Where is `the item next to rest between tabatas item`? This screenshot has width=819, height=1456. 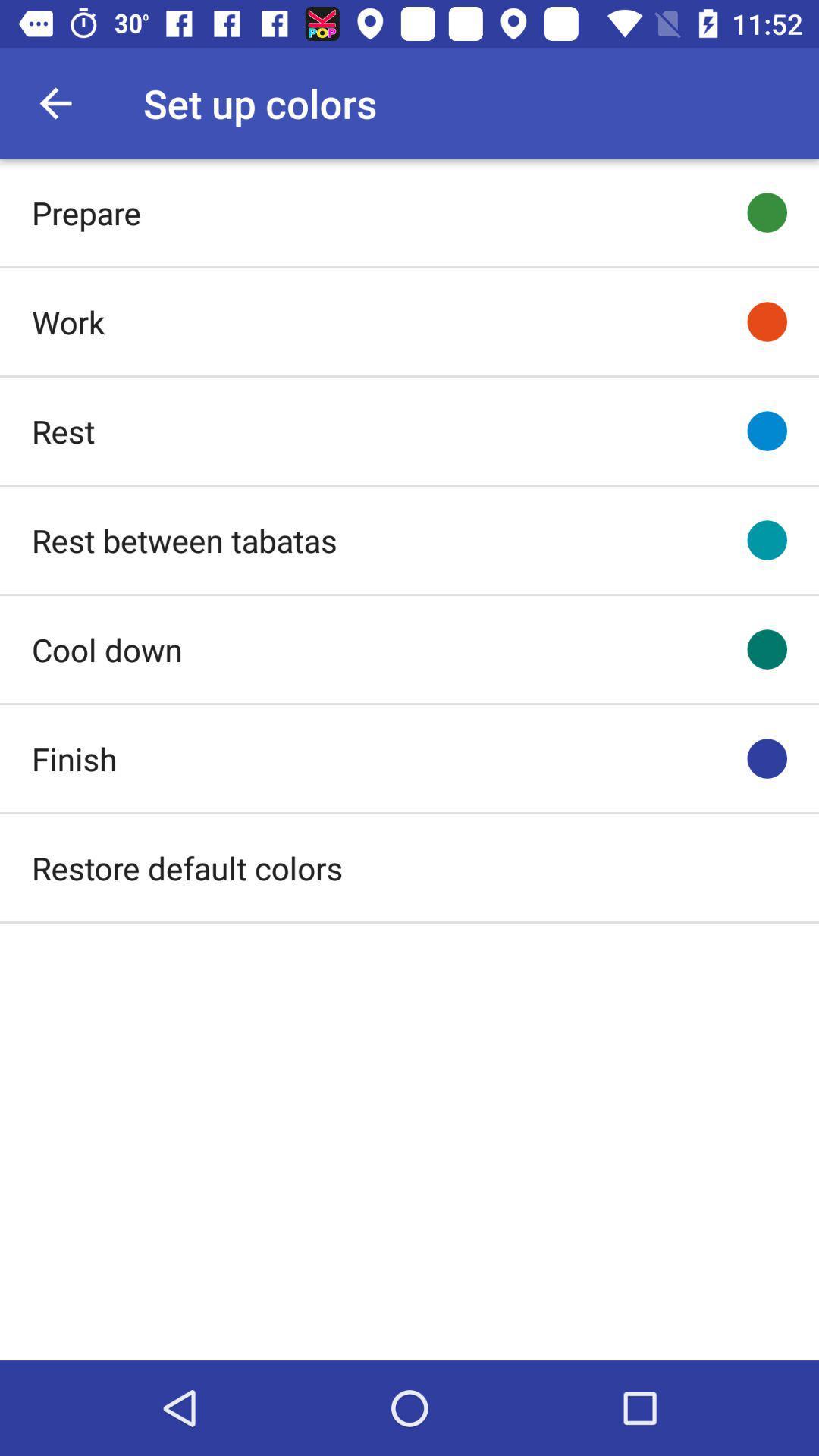
the item next to rest between tabatas item is located at coordinates (767, 540).